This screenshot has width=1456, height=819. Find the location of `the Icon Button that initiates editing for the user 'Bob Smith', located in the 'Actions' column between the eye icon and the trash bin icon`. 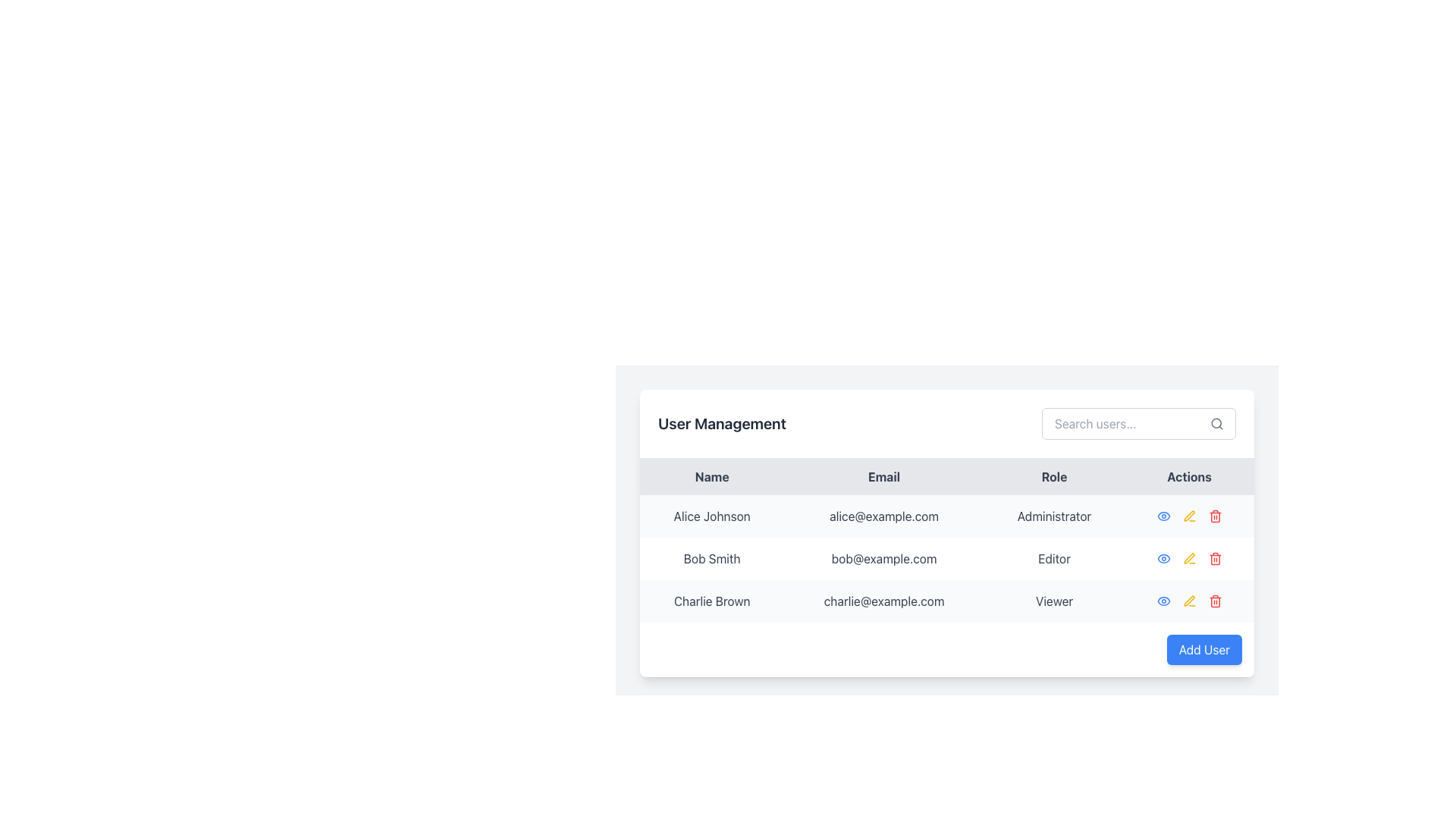

the Icon Button that initiates editing for the user 'Bob Smith', located in the 'Actions' column between the eye icon and the trash bin icon is located at coordinates (1188, 558).